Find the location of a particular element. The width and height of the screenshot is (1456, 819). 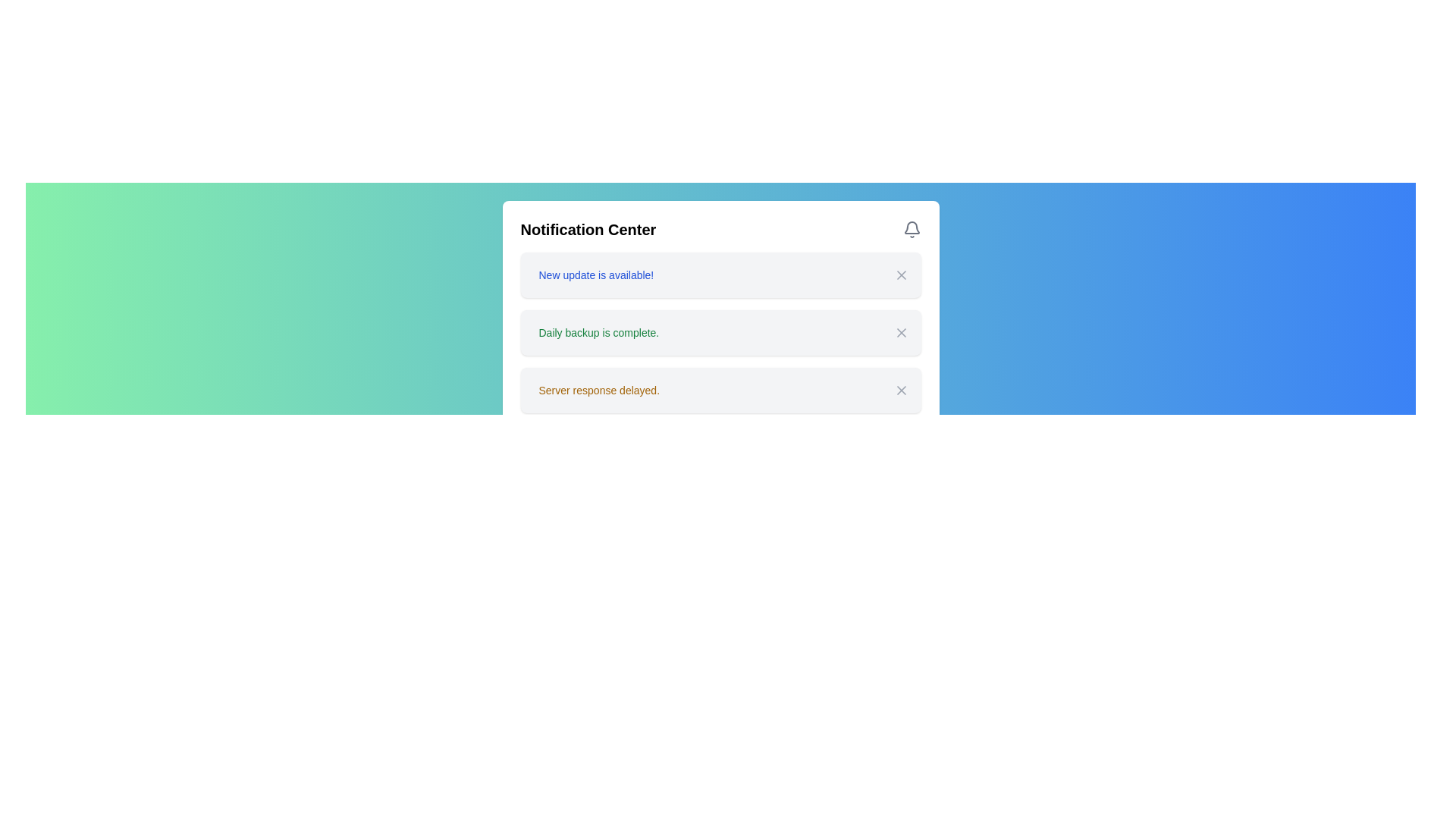

the second notification banner which states 'Daily backup is complete.' with a green background in the Notification Center panel is located at coordinates (598, 332).